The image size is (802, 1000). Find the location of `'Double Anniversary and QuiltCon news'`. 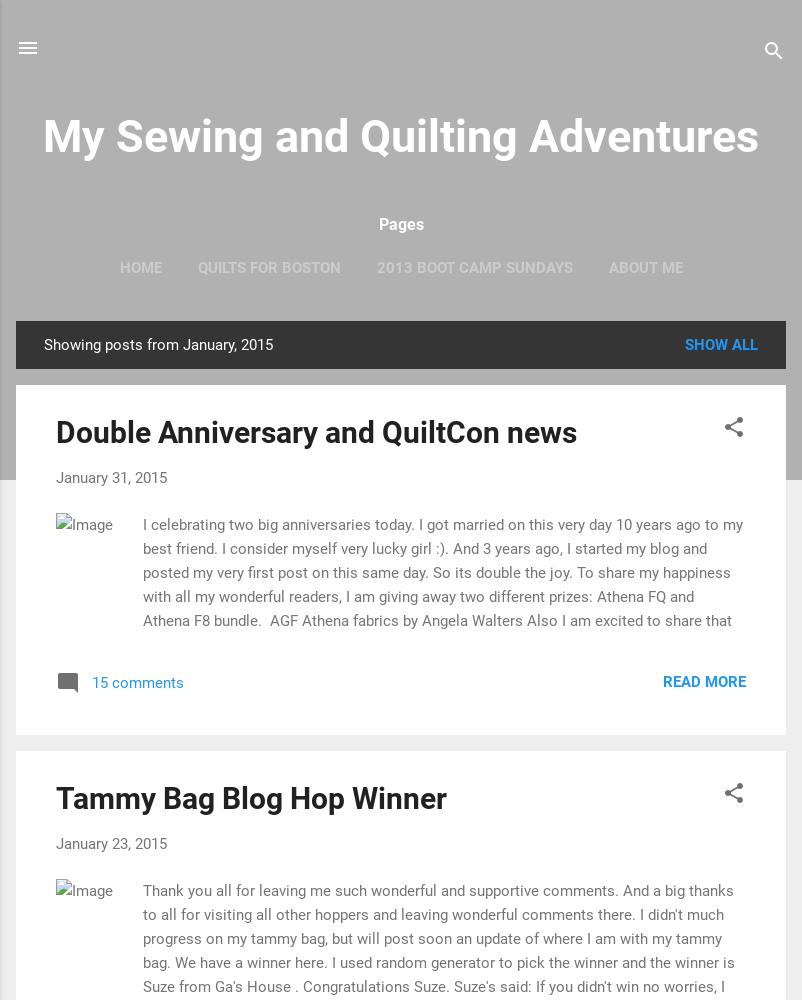

'Double Anniversary and QuiltCon news' is located at coordinates (315, 432).